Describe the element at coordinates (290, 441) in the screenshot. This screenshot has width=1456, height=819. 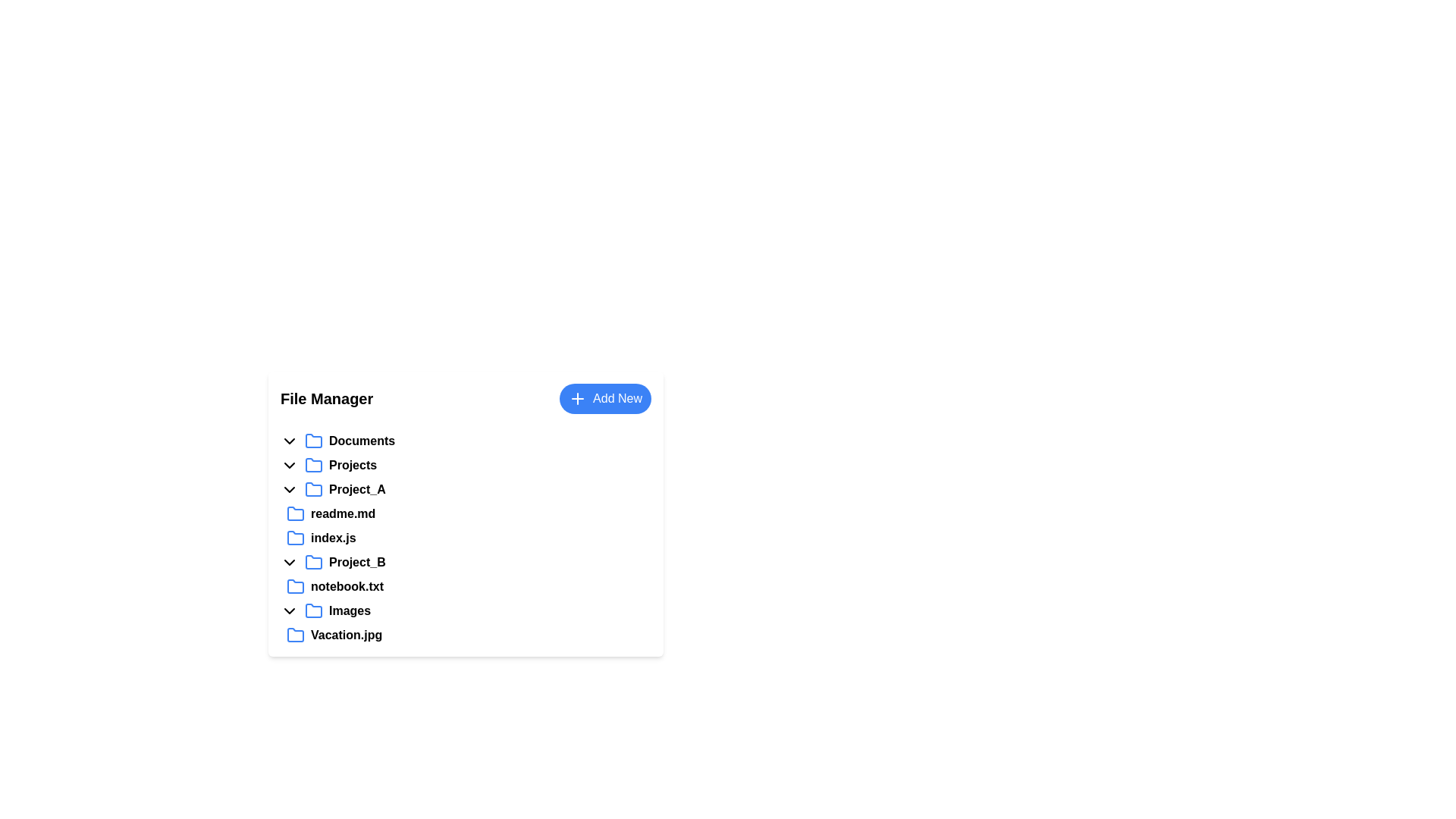
I see `the downward-pointing chevron icon located to the left of the 'Documents' text` at that location.